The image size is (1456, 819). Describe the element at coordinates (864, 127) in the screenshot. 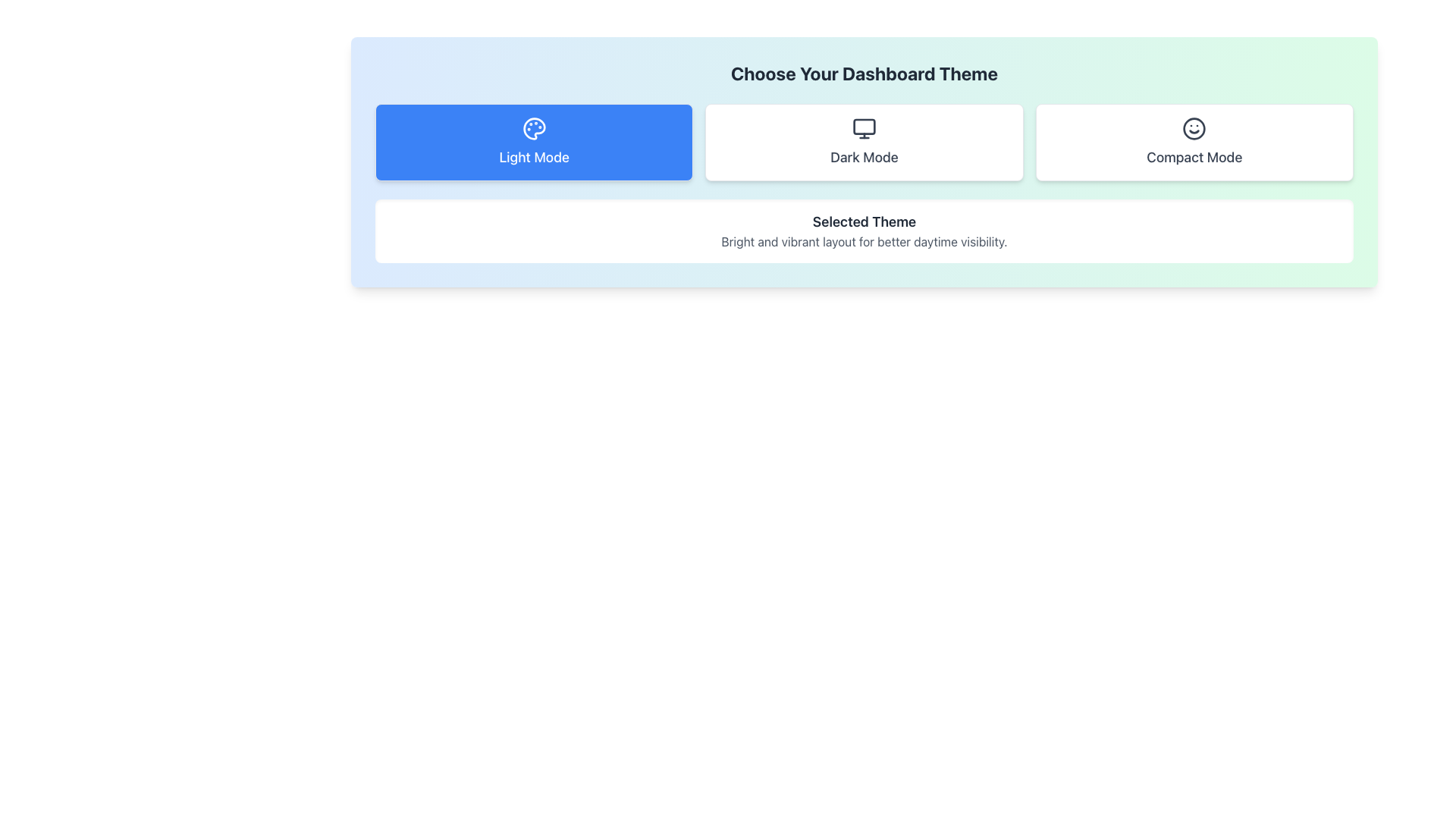

I see `the minimalistic computer monitor icon positioned above the 'Dark Mode' label in the interface` at that location.